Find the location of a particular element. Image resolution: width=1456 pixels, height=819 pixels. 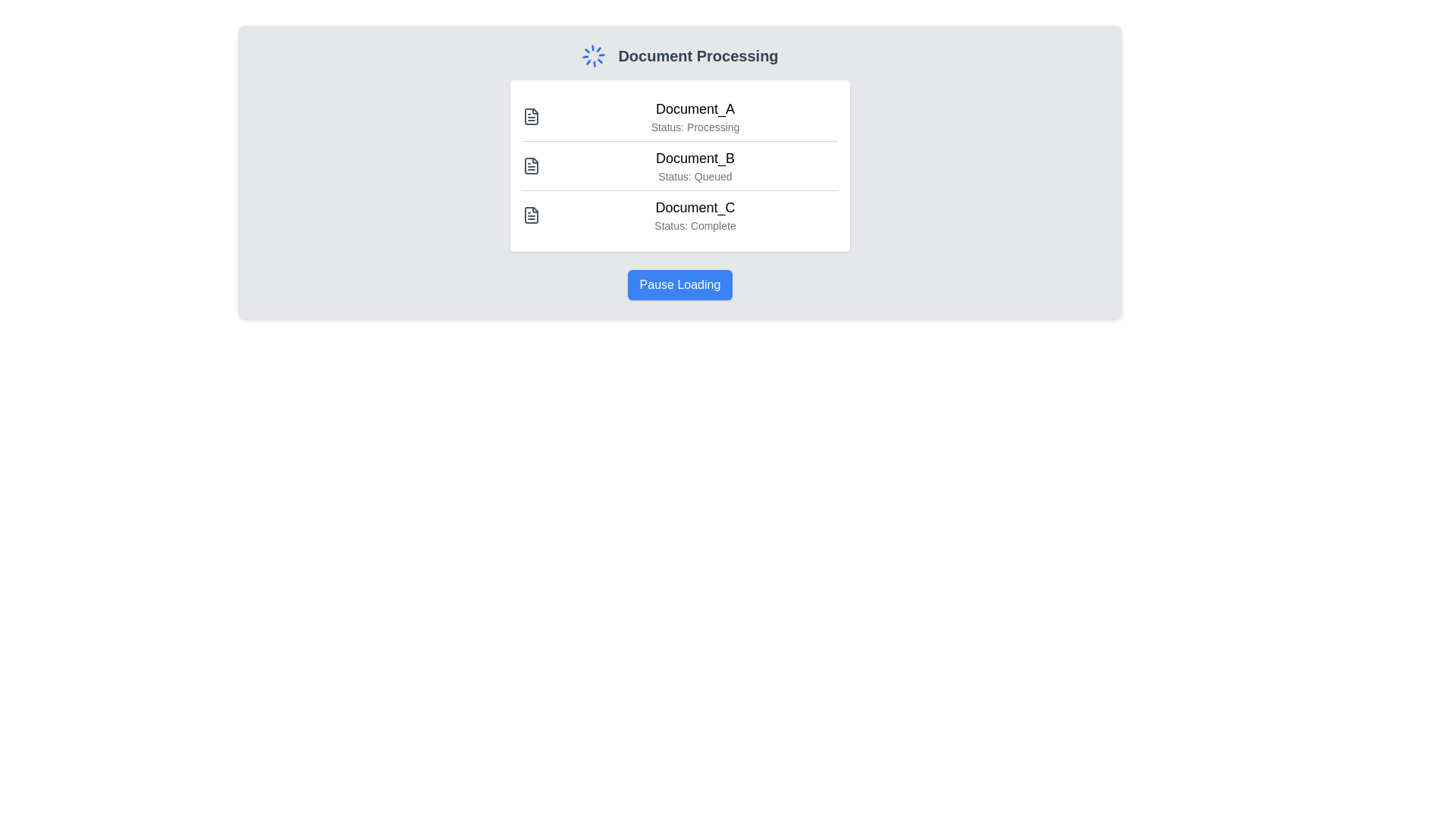

the text label identifying 'Document_C' in the list of documents, which is positioned directly above 'Status: Complete.' is located at coordinates (694, 207).